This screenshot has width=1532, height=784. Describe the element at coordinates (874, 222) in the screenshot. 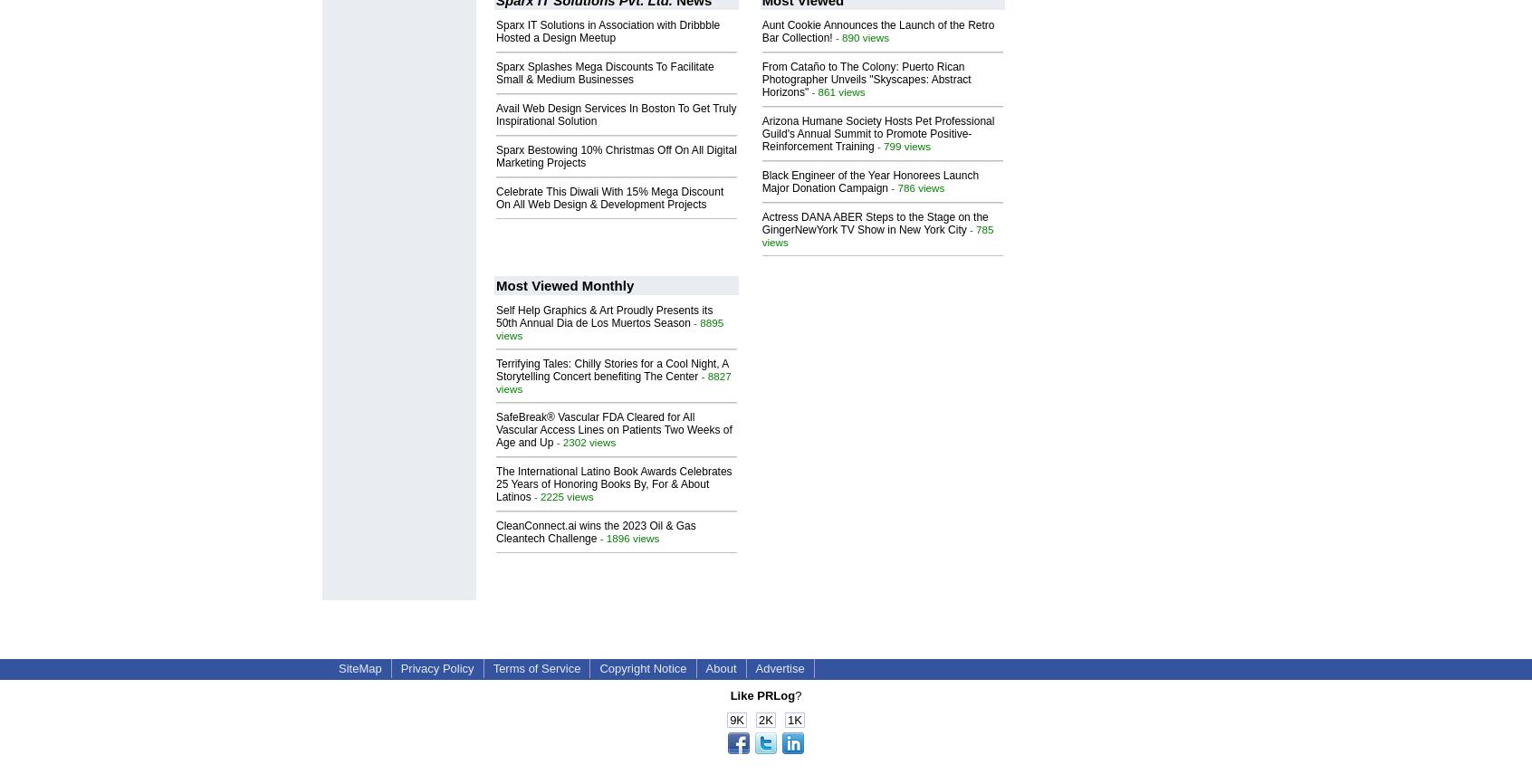

I see `'Actress DANA ABER Steps to the Stage on the GingerNewYork TV Show in New York City'` at that location.